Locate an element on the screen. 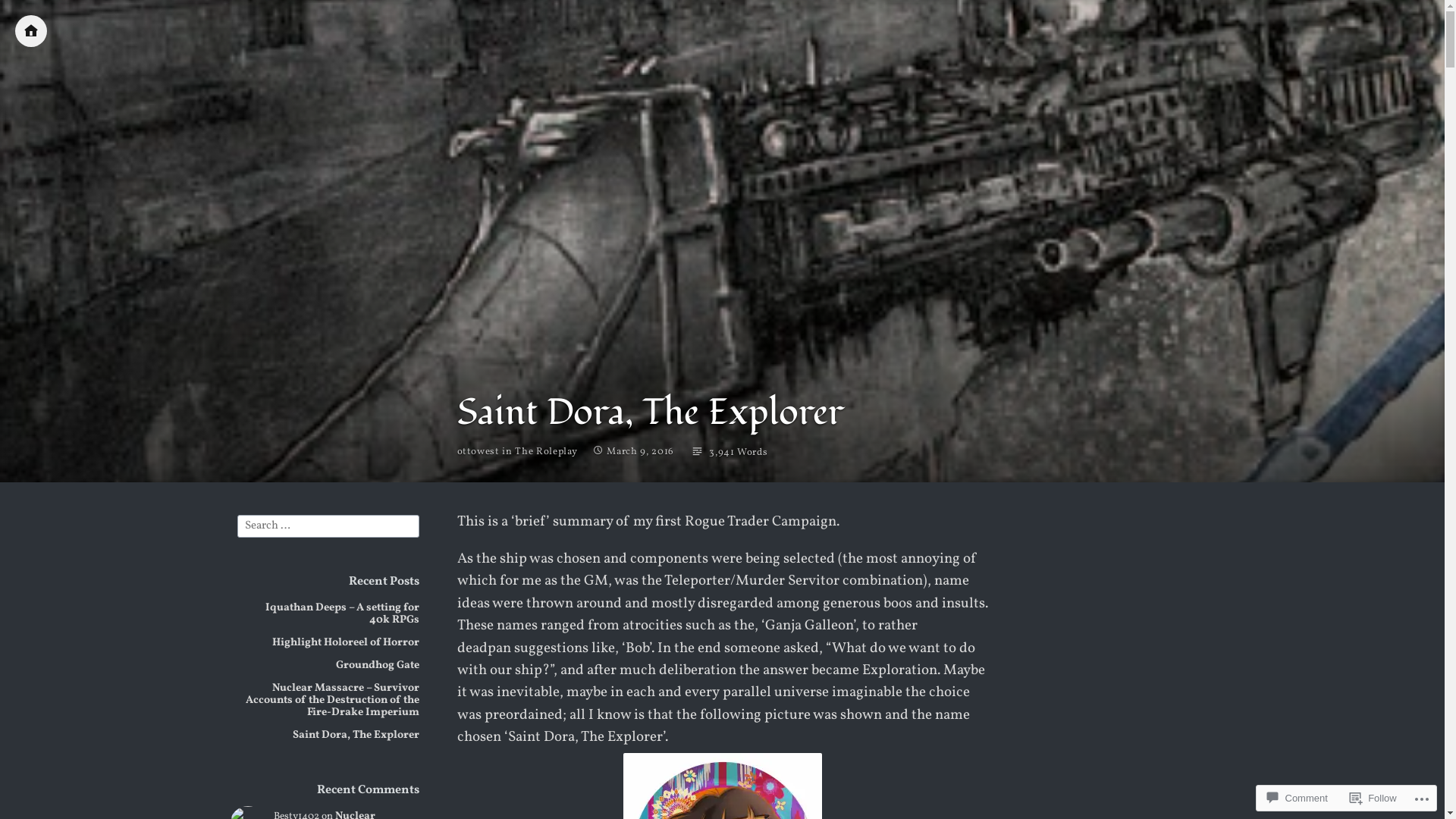 The image size is (1456, 819). 'Highlight Holoreel of Horror' is located at coordinates (344, 642).